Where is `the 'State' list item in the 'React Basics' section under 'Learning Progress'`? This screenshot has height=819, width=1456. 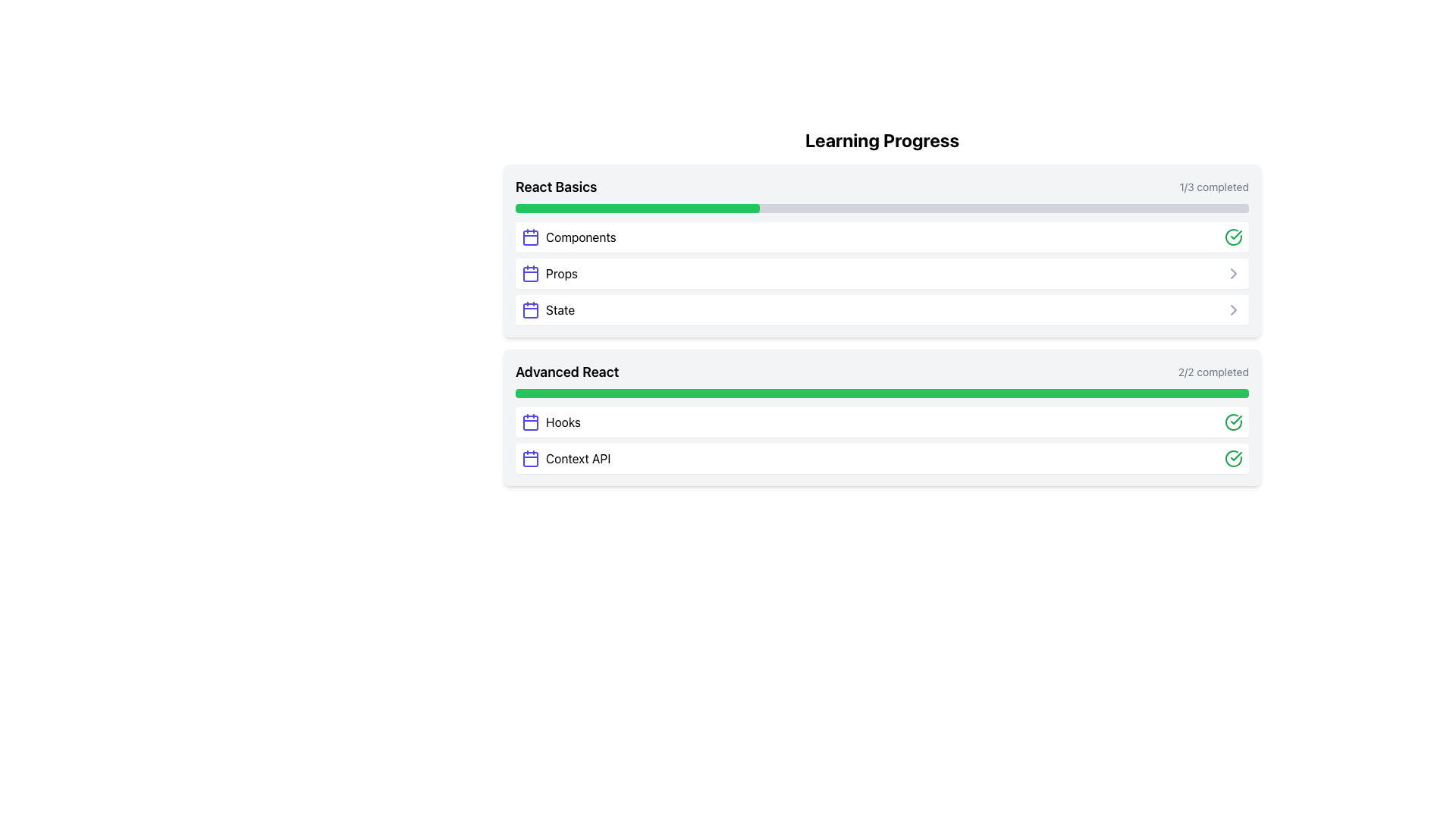 the 'State' list item in the 'React Basics' section under 'Learning Progress' is located at coordinates (882, 309).